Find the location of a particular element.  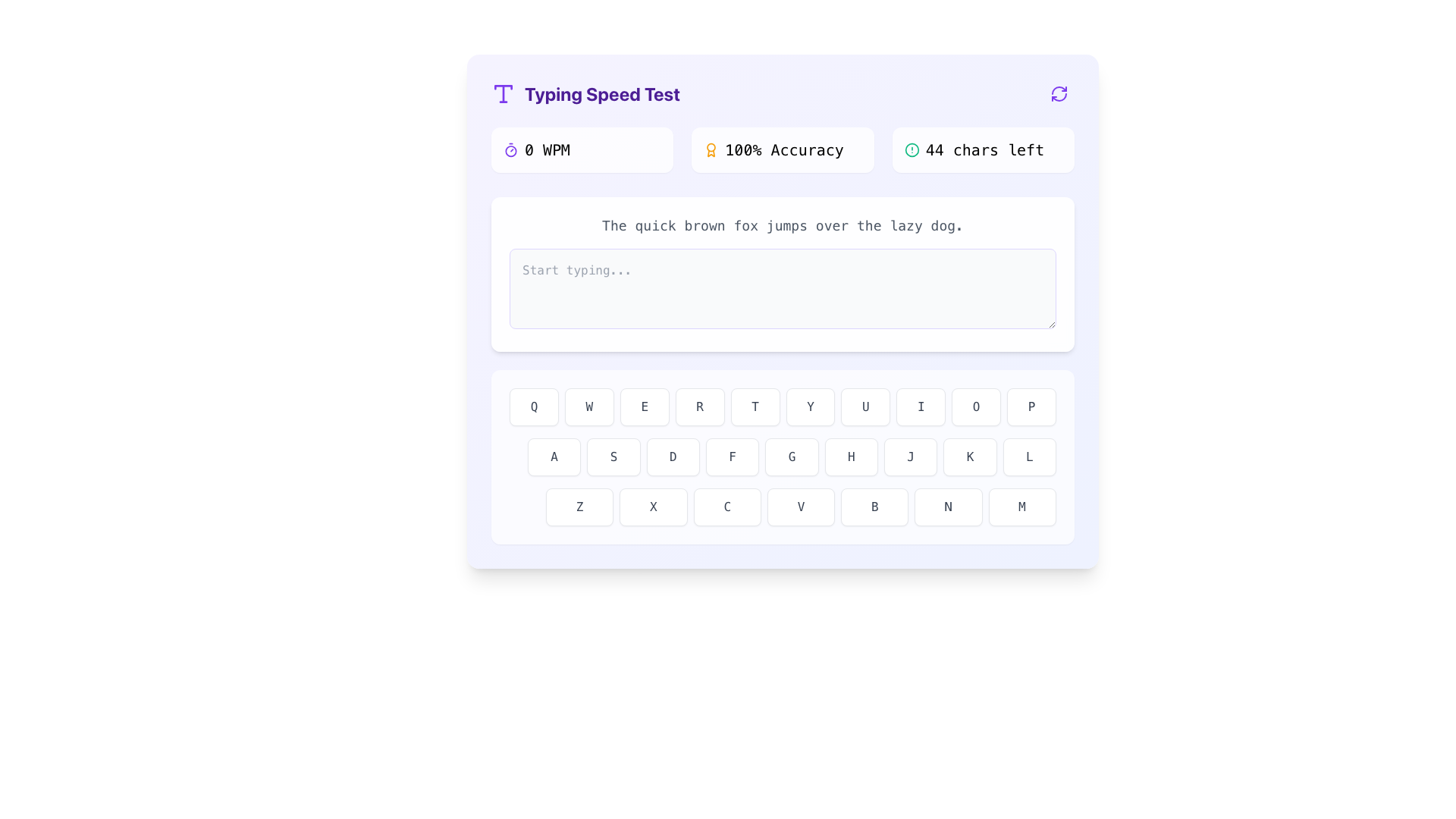

the character count display text label, which indicates the remaining number of characters that can be typed in the text input field is located at coordinates (984, 149).